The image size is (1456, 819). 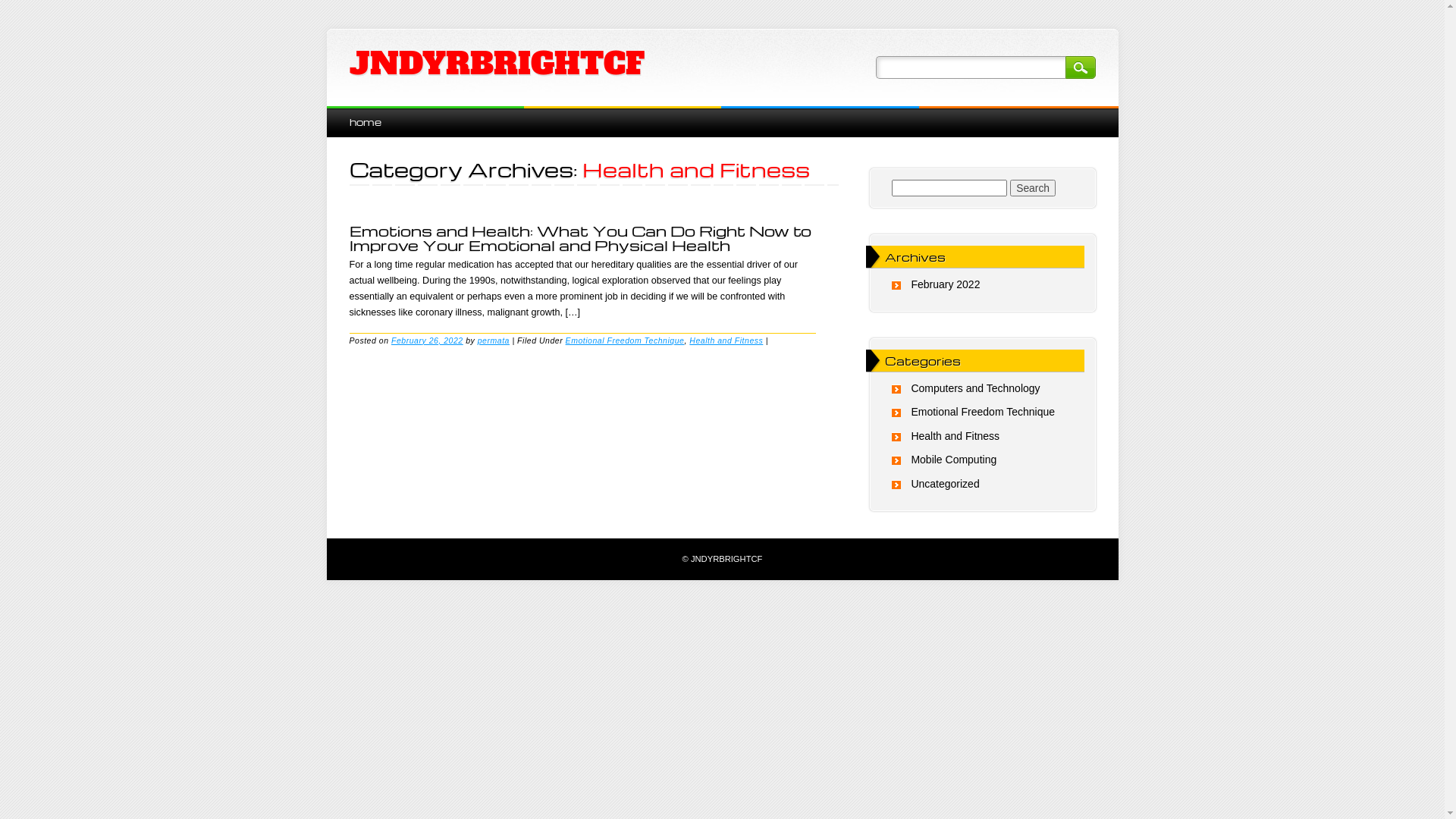 I want to click on 'Health and Fitness', so click(x=954, y=435).